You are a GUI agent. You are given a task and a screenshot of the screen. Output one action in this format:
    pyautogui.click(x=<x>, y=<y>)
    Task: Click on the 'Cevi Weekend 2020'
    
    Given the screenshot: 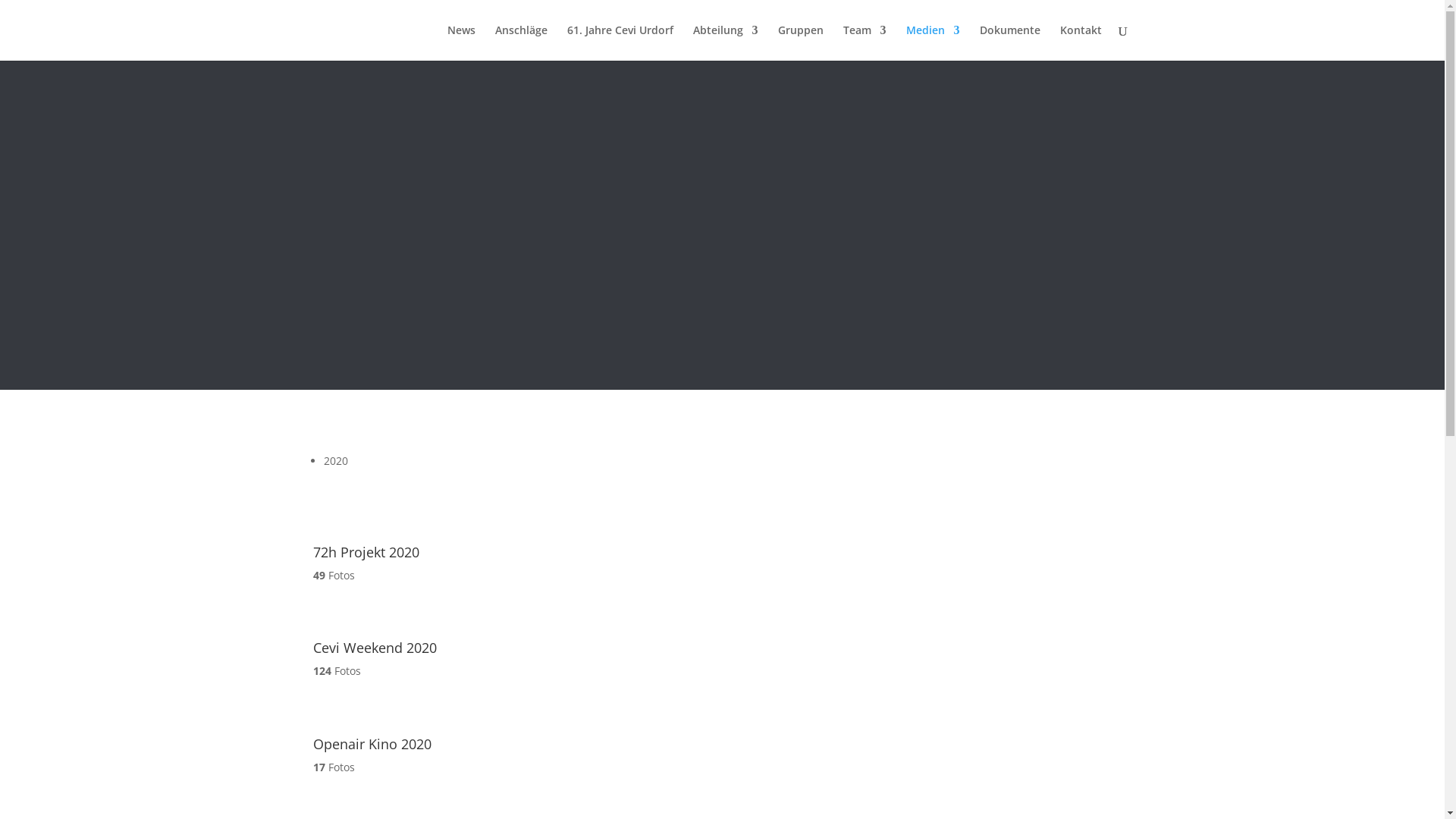 What is the action you would take?
    pyautogui.click(x=374, y=647)
    